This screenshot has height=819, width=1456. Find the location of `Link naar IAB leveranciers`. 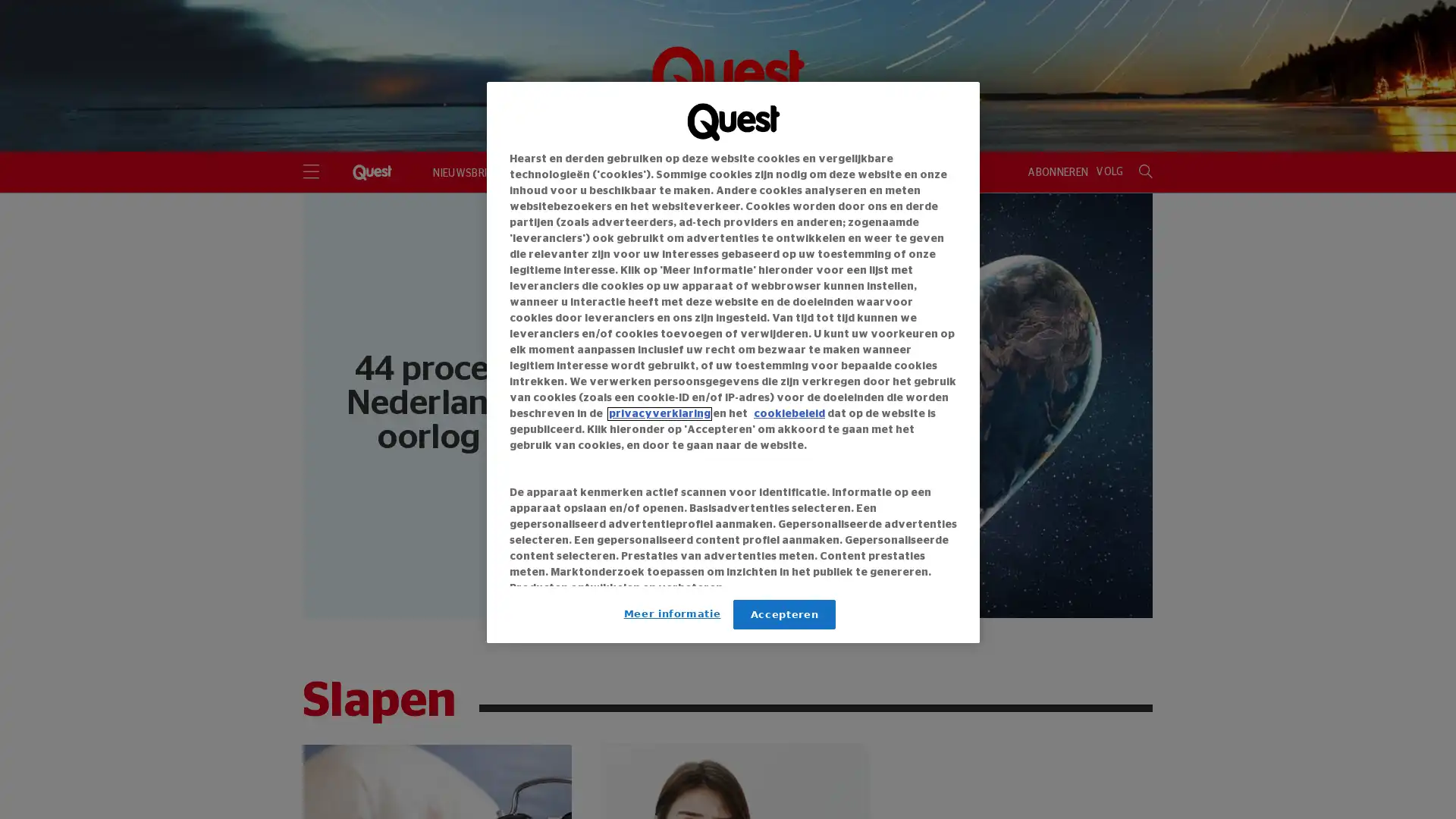

Link naar IAB leveranciers is located at coordinates (582, 605).